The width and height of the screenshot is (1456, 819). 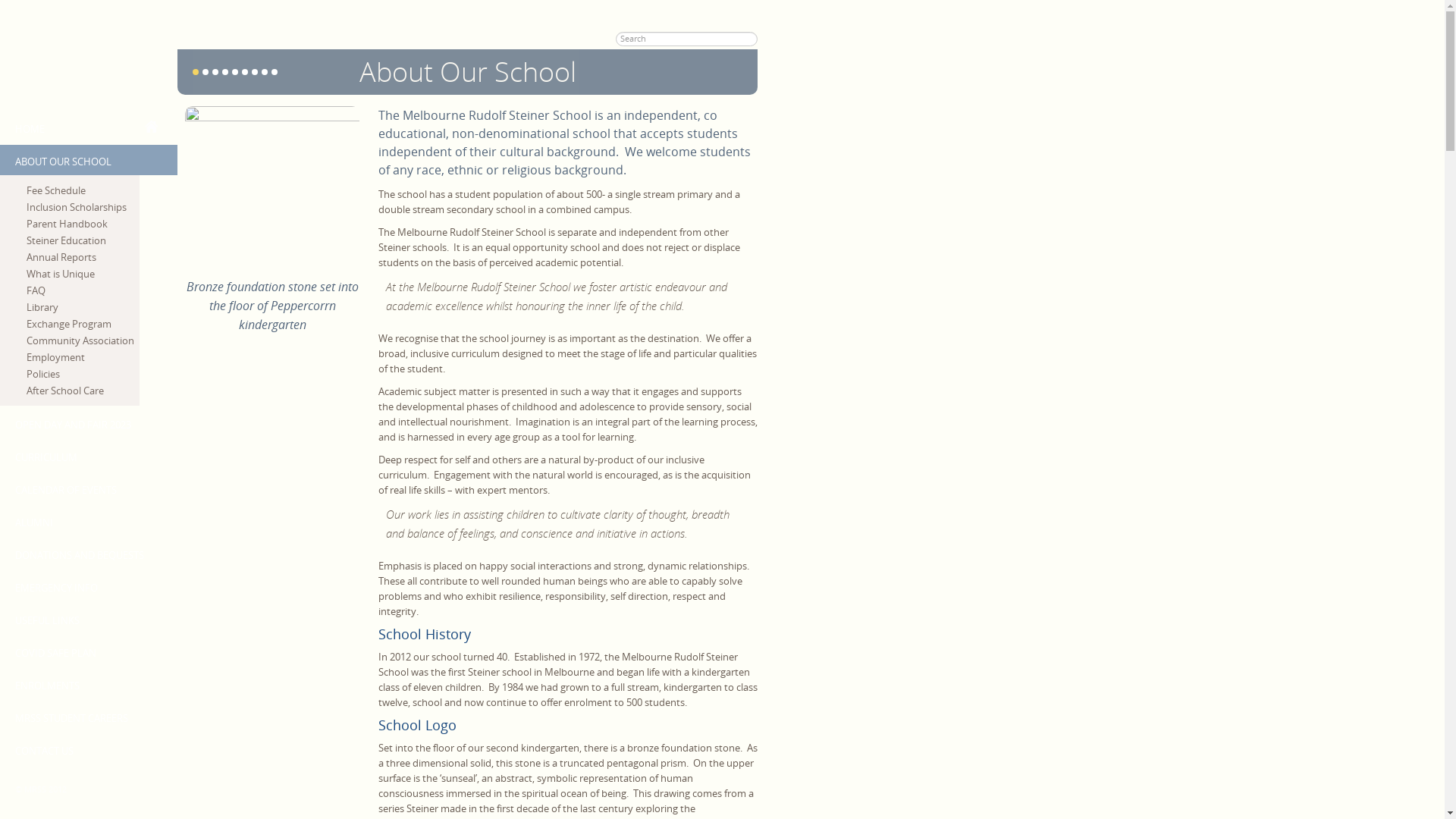 I want to click on 'Exchange Program', so click(x=82, y=323).